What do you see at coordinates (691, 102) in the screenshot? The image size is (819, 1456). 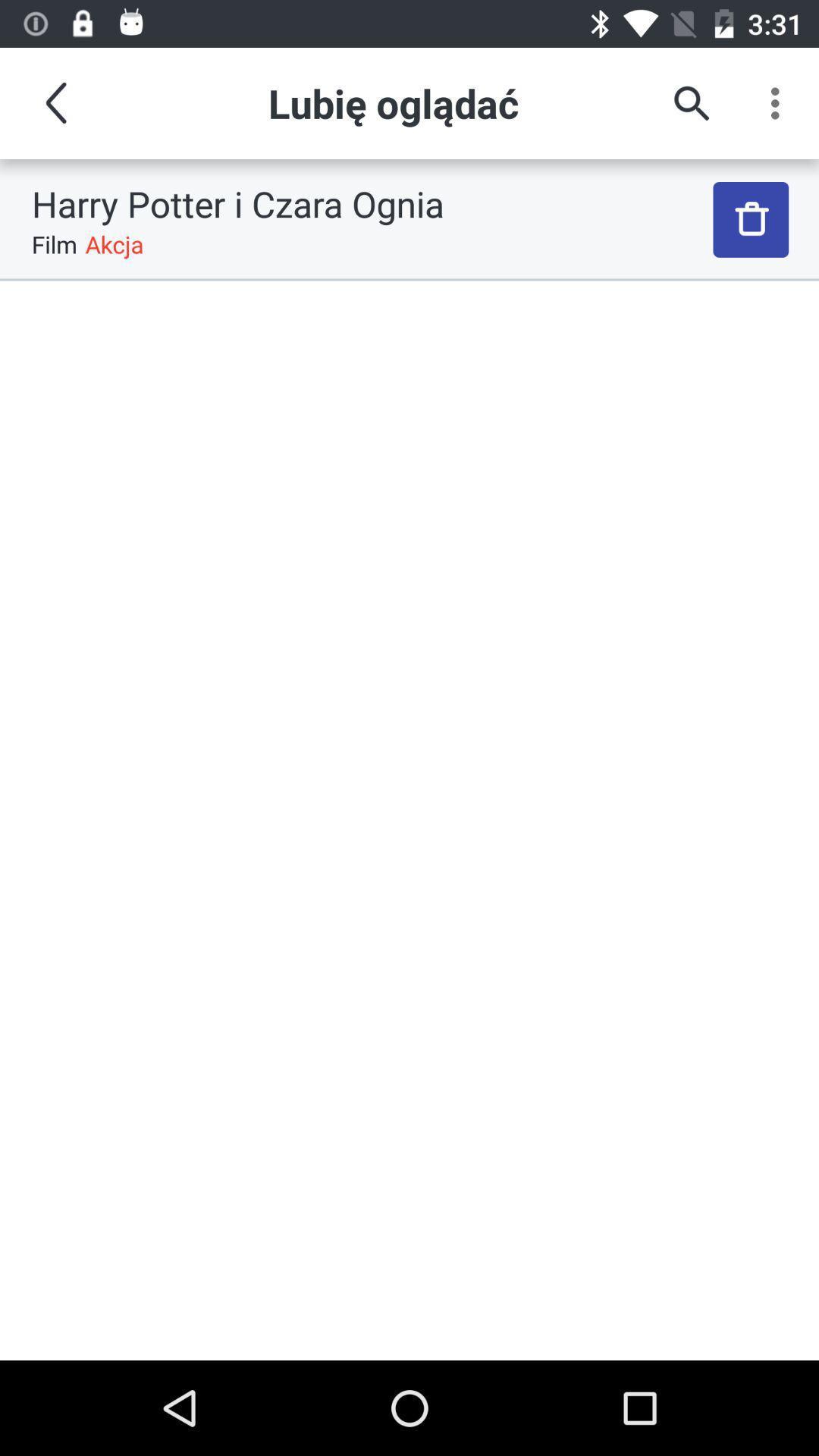 I see `the item above harry potter i` at bounding box center [691, 102].